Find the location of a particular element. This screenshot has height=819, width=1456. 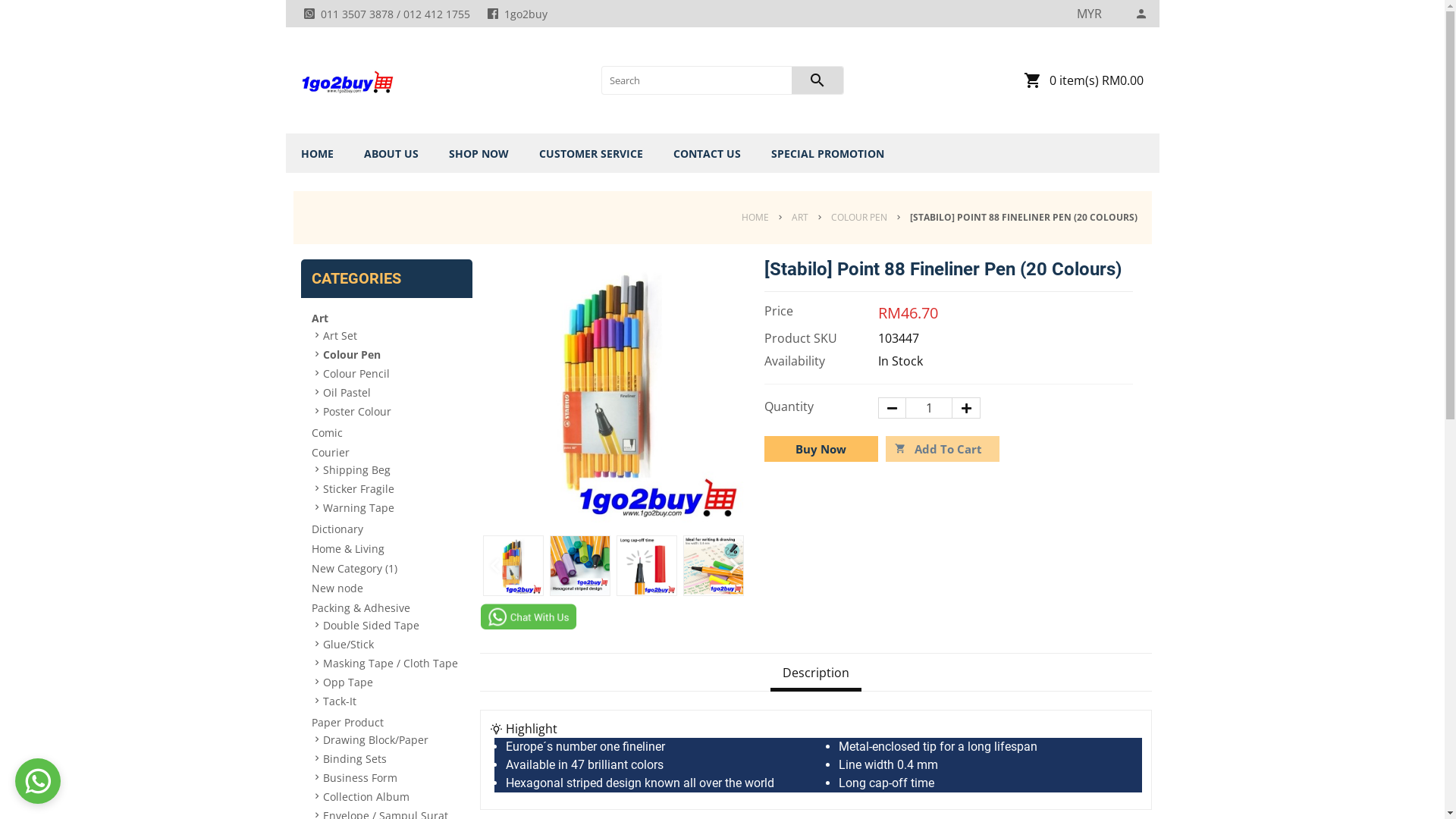

'ABOUT US' is located at coordinates (391, 153).